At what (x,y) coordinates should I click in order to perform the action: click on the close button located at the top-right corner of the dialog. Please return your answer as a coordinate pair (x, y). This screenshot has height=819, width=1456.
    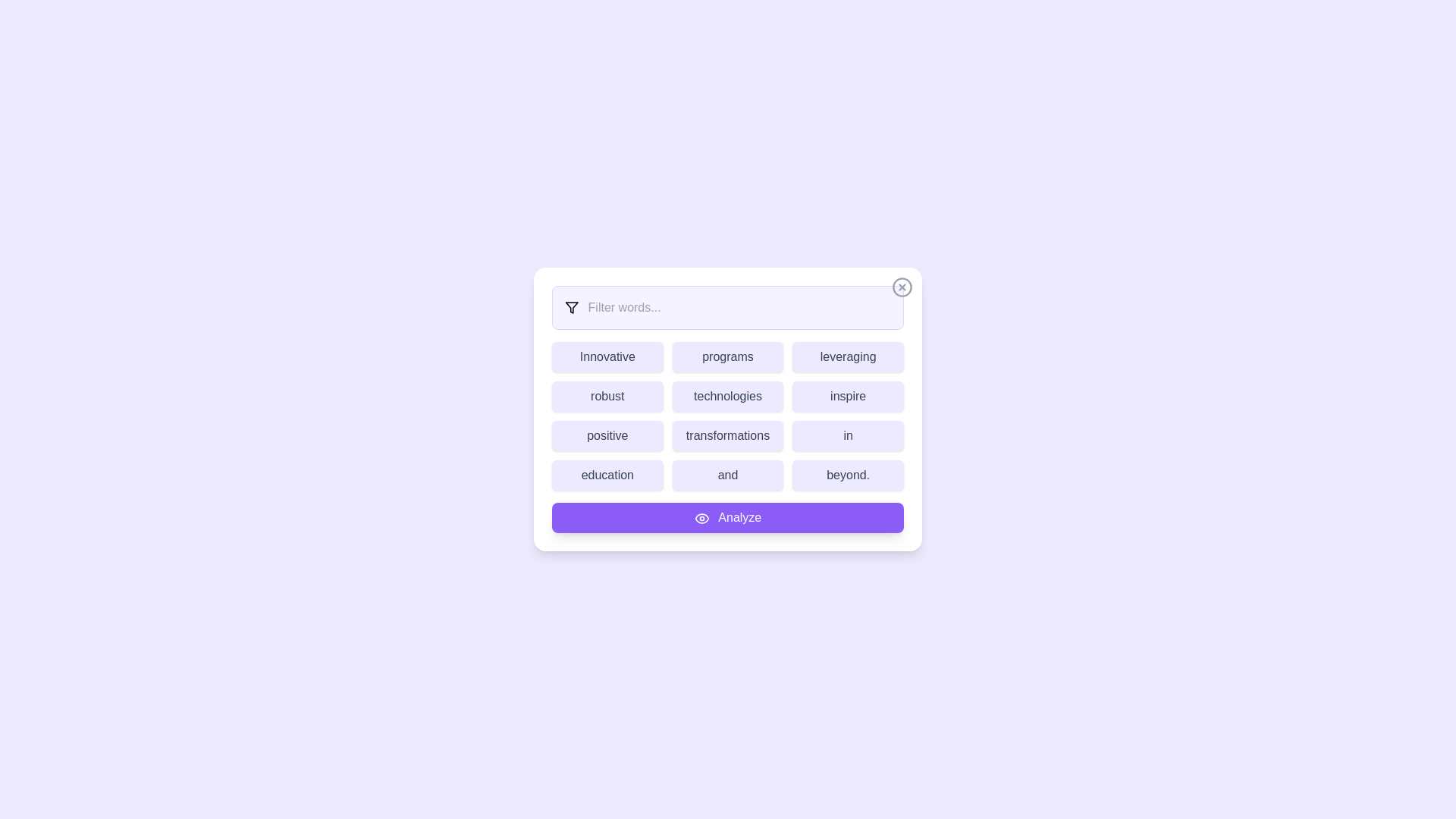
    Looking at the image, I should click on (902, 287).